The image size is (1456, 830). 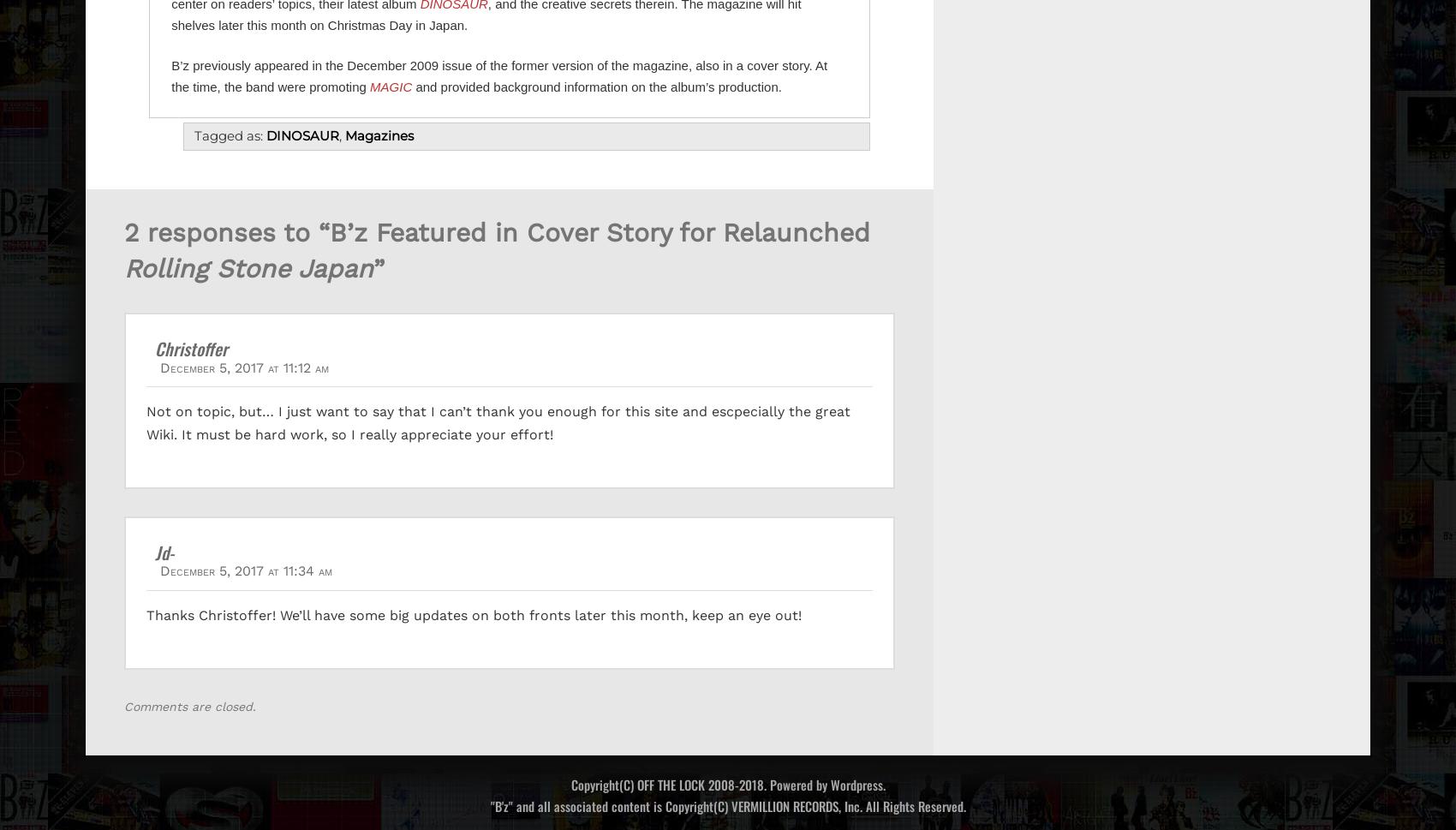 I want to click on 'Thanks Christoffer! We’ll have some big updates on both fronts later this month, keep an eye out!', so click(x=473, y=614).